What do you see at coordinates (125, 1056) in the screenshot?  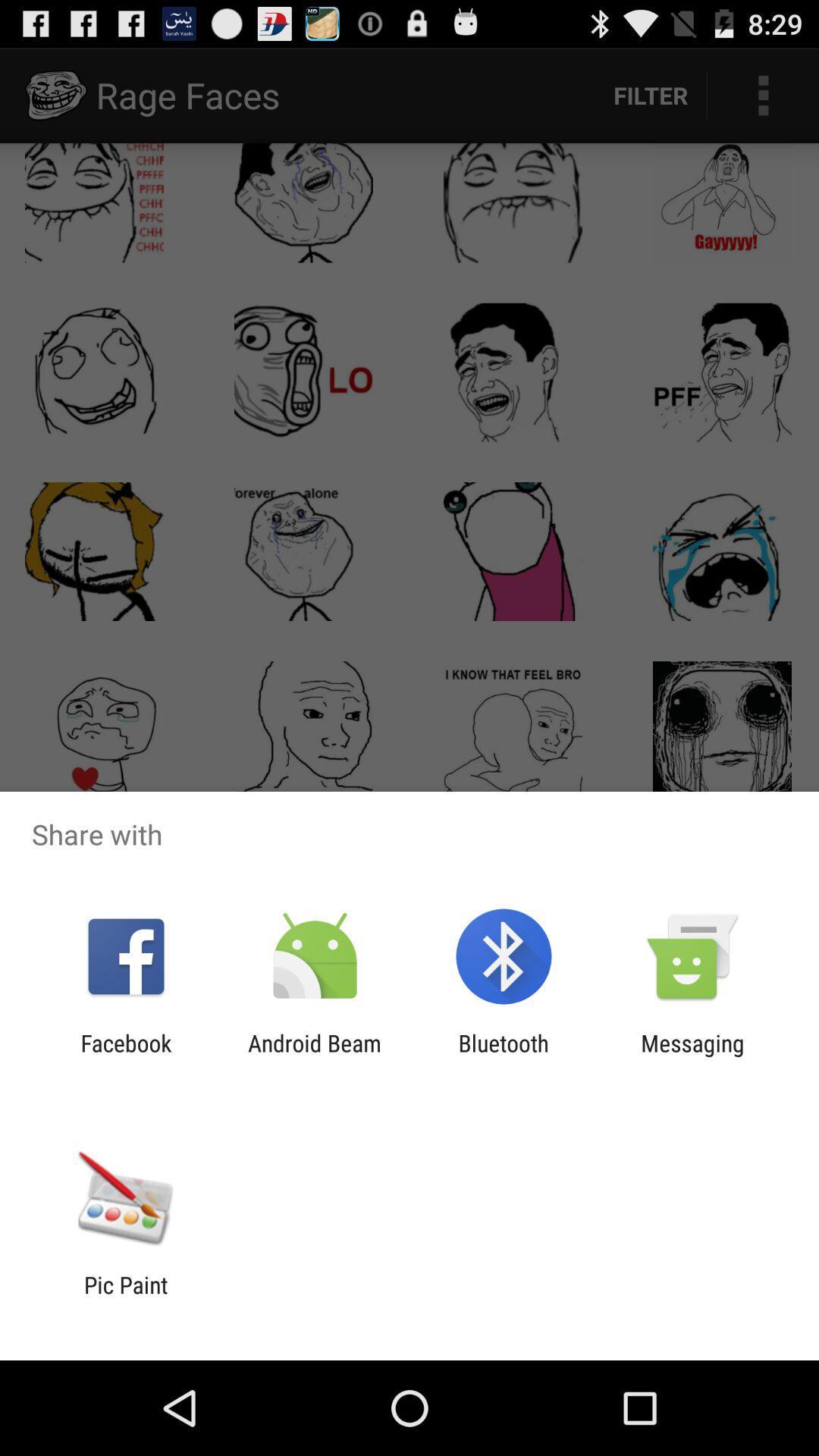 I see `item to the left of the android beam` at bounding box center [125, 1056].